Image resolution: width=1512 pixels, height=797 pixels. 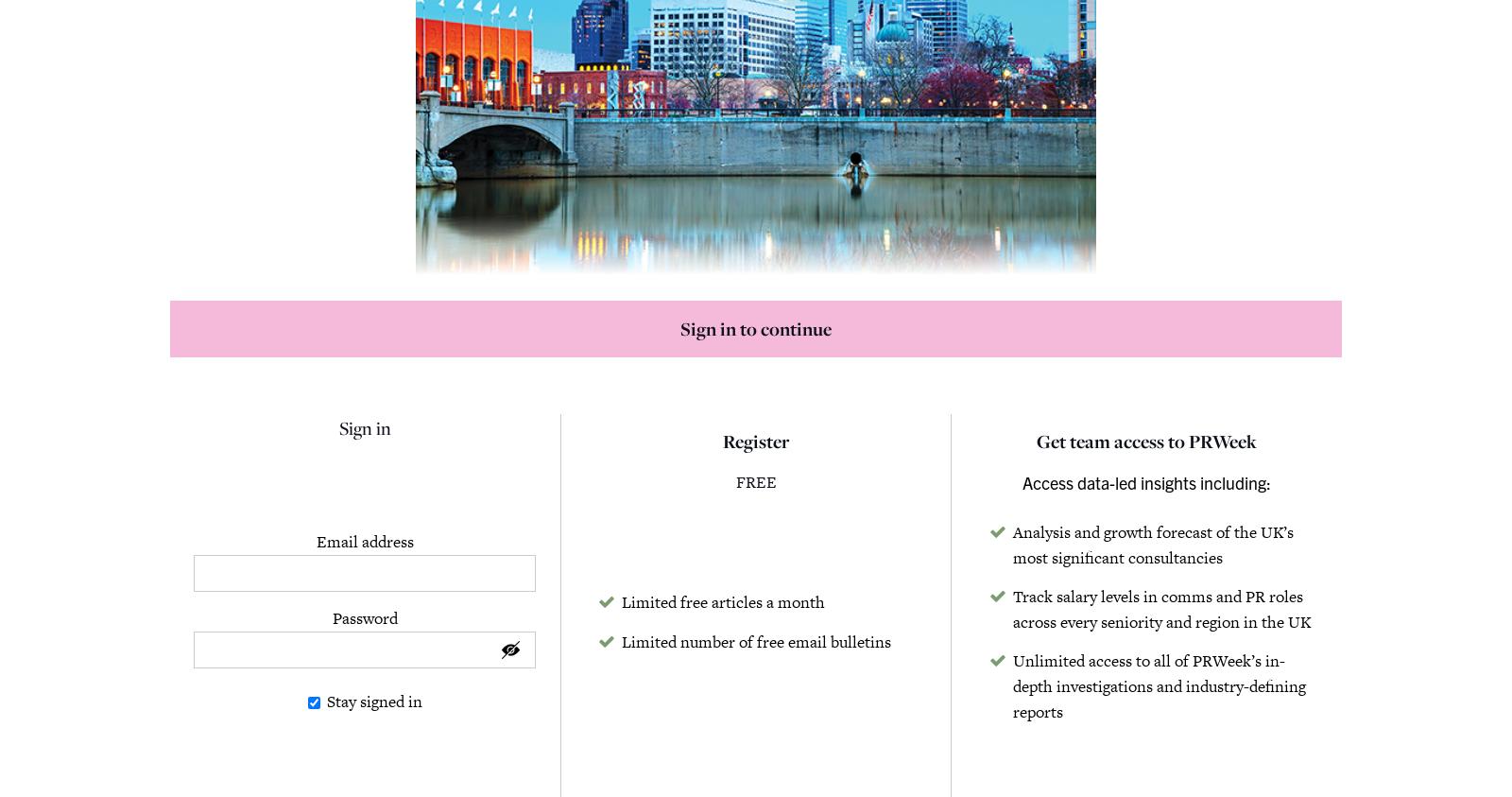 What do you see at coordinates (1152, 543) in the screenshot?
I see `'Analysis and growth forecast of the UK’s most significant consultancies'` at bounding box center [1152, 543].